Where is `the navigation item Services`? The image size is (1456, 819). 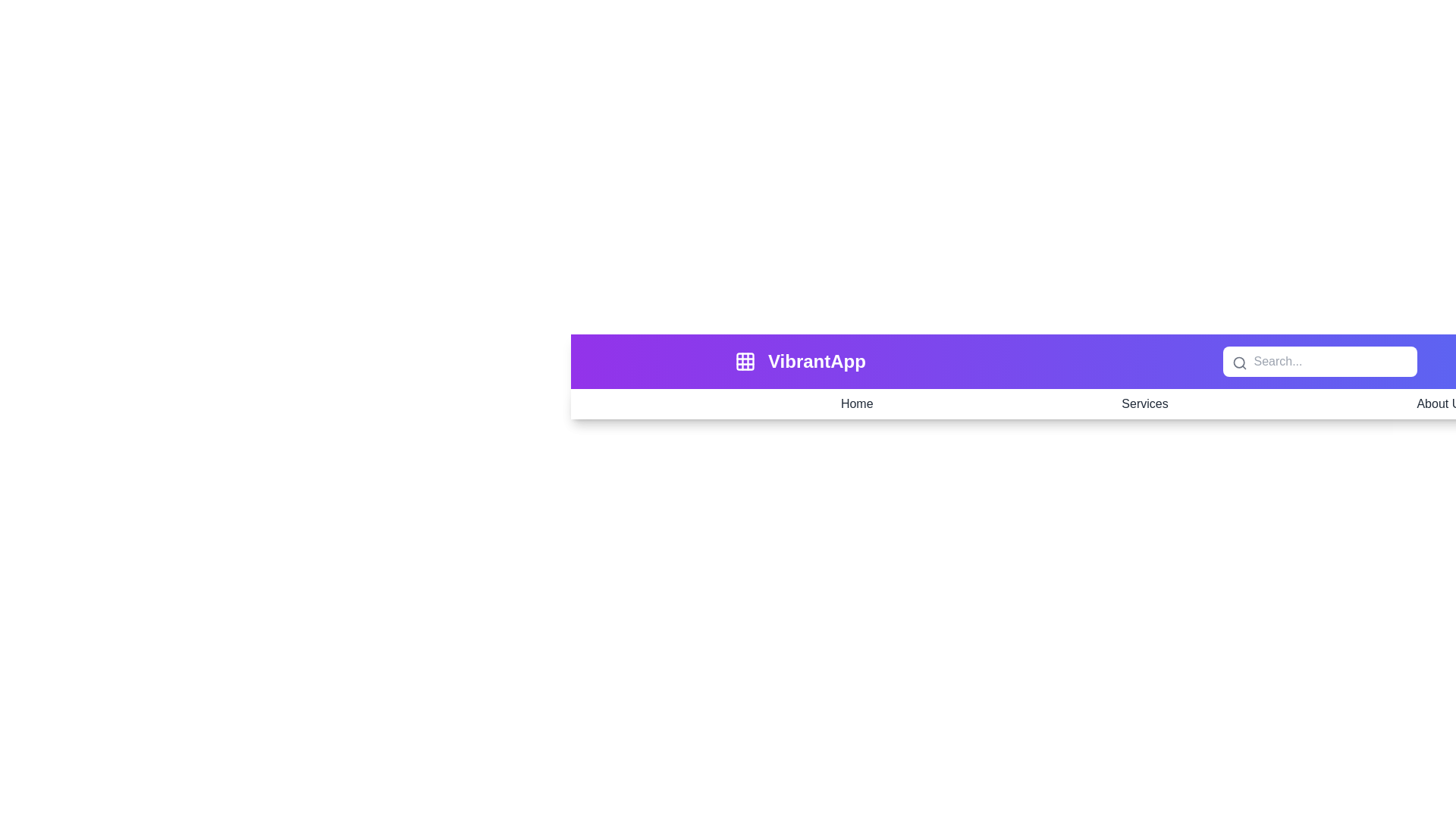 the navigation item Services is located at coordinates (1145, 403).